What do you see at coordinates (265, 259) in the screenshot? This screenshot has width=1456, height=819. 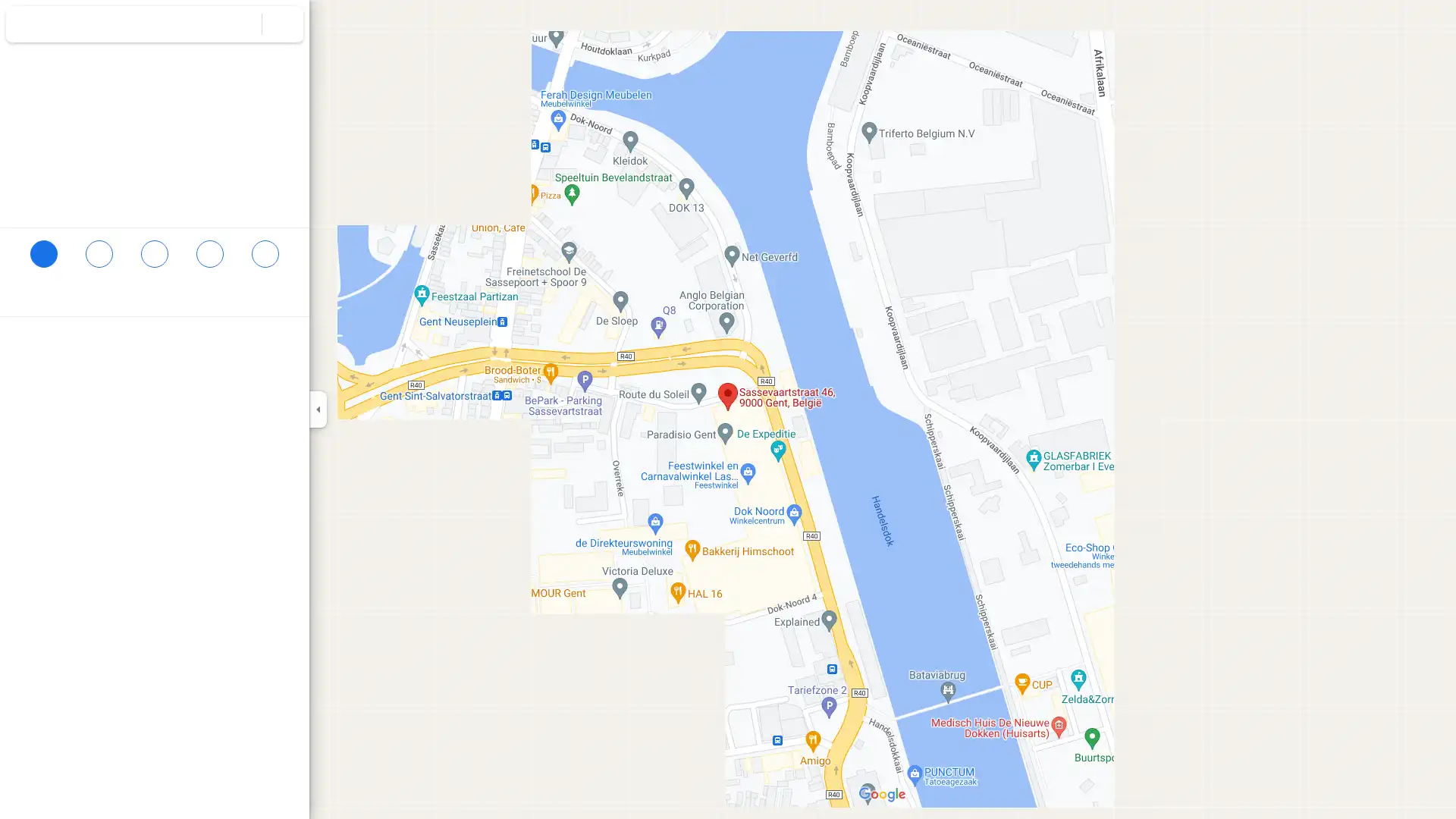 I see `Sassevaartstraat 46 delen` at bounding box center [265, 259].